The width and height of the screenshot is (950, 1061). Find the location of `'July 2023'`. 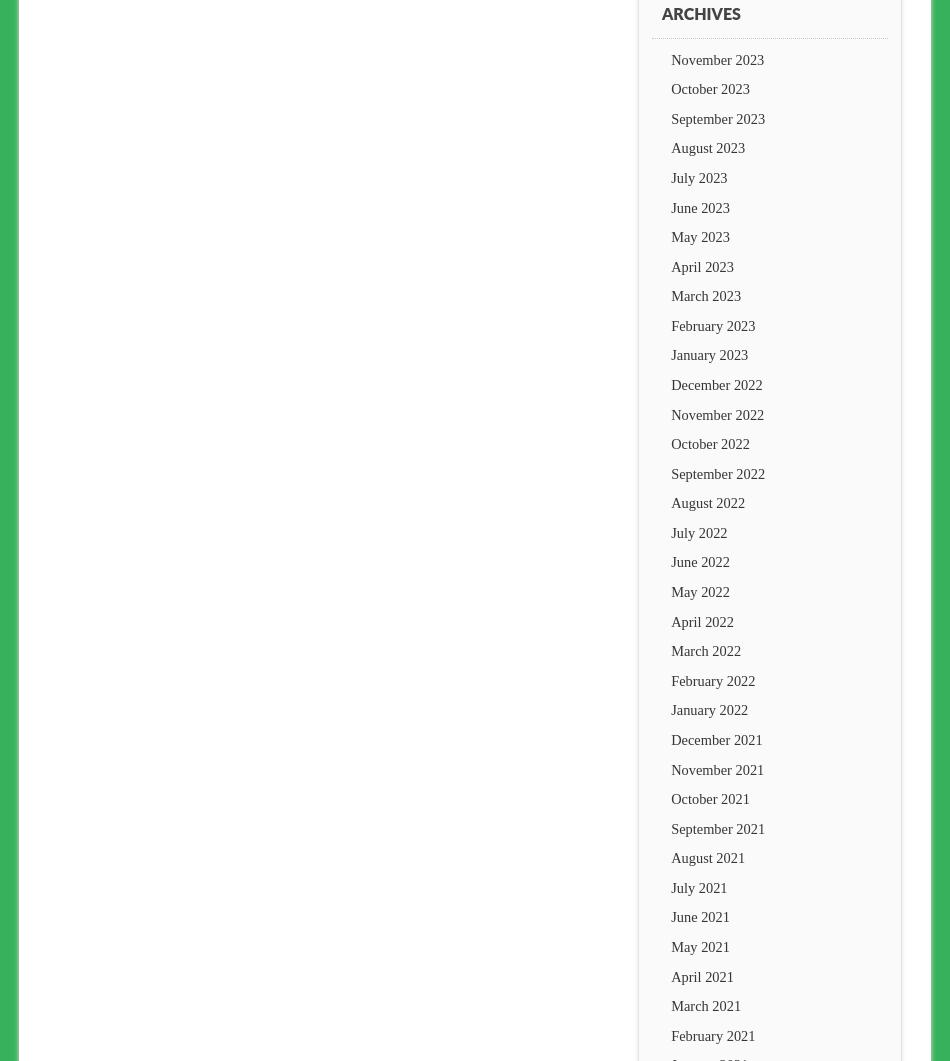

'July 2023' is located at coordinates (699, 176).